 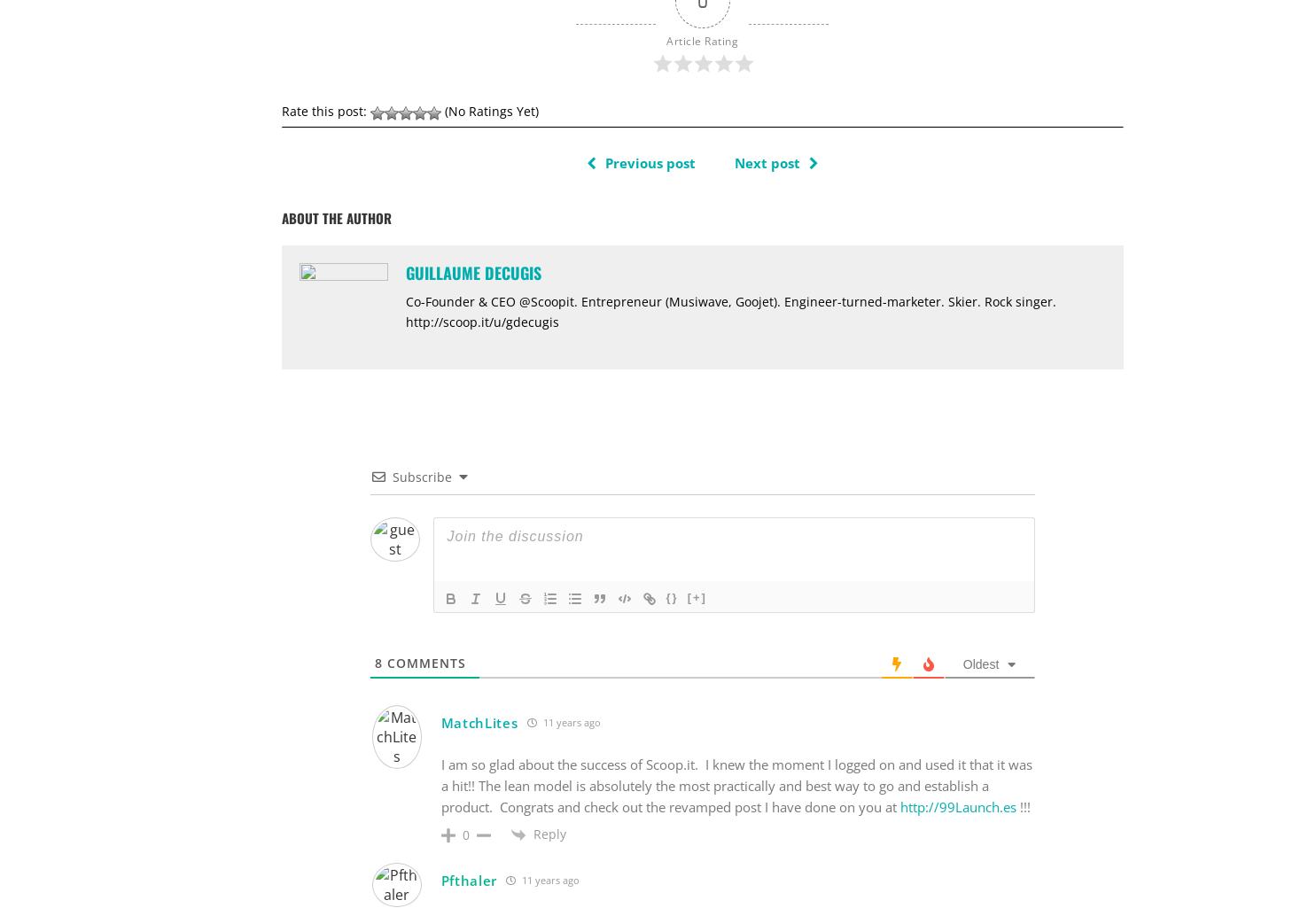 What do you see at coordinates (730, 310) in the screenshot?
I see `'Co-Founder & CEO @Scoopit. Entrepreneur (Musiwave, Goojet). Engineer-turned-marketer. Skier. Rock singer. http://scoop.it/u/gdecugis'` at bounding box center [730, 310].